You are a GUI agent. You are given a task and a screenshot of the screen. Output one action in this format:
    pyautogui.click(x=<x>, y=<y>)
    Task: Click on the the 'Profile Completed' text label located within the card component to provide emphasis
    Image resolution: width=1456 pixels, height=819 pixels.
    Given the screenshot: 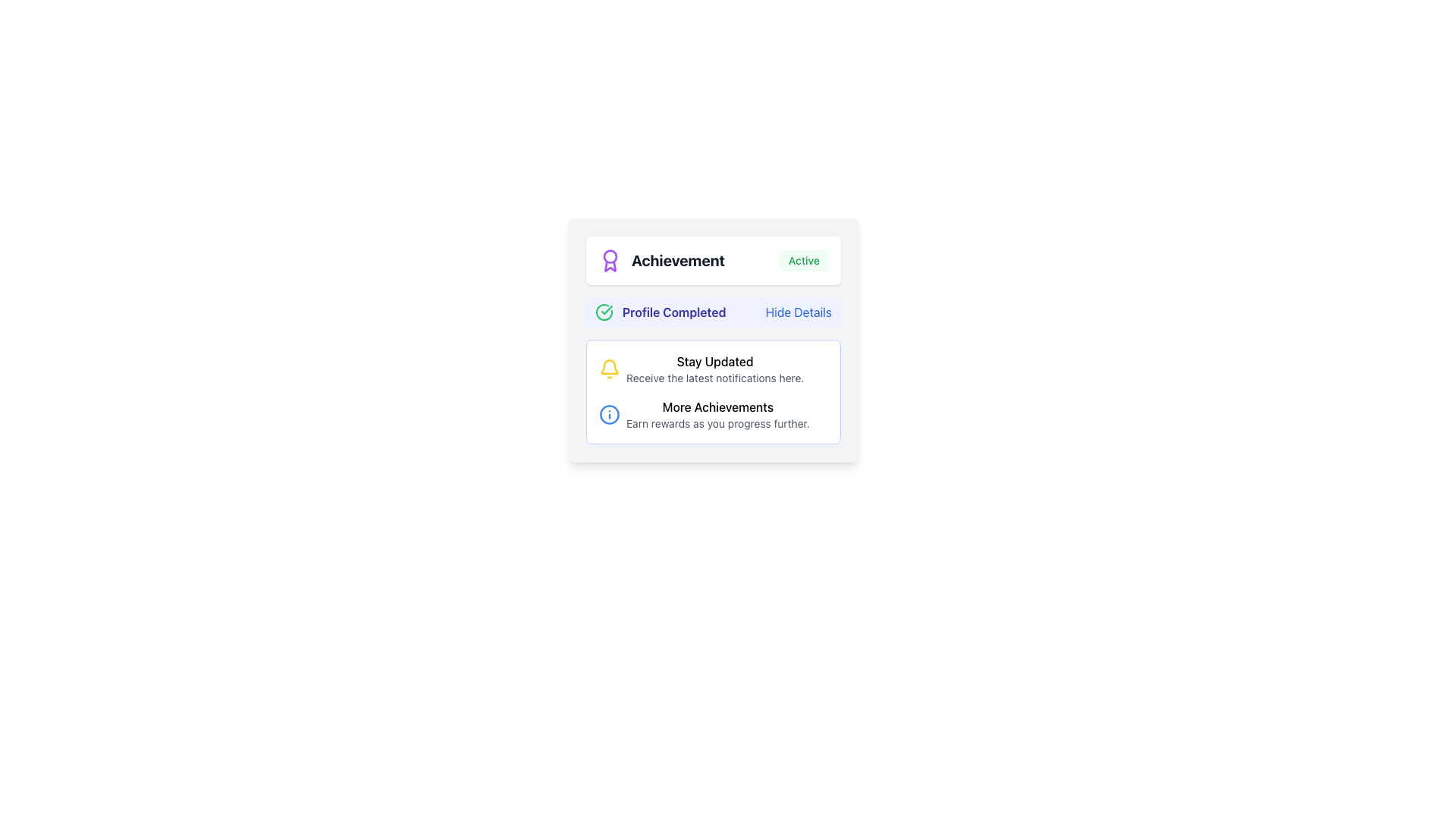 What is the action you would take?
    pyautogui.click(x=712, y=312)
    